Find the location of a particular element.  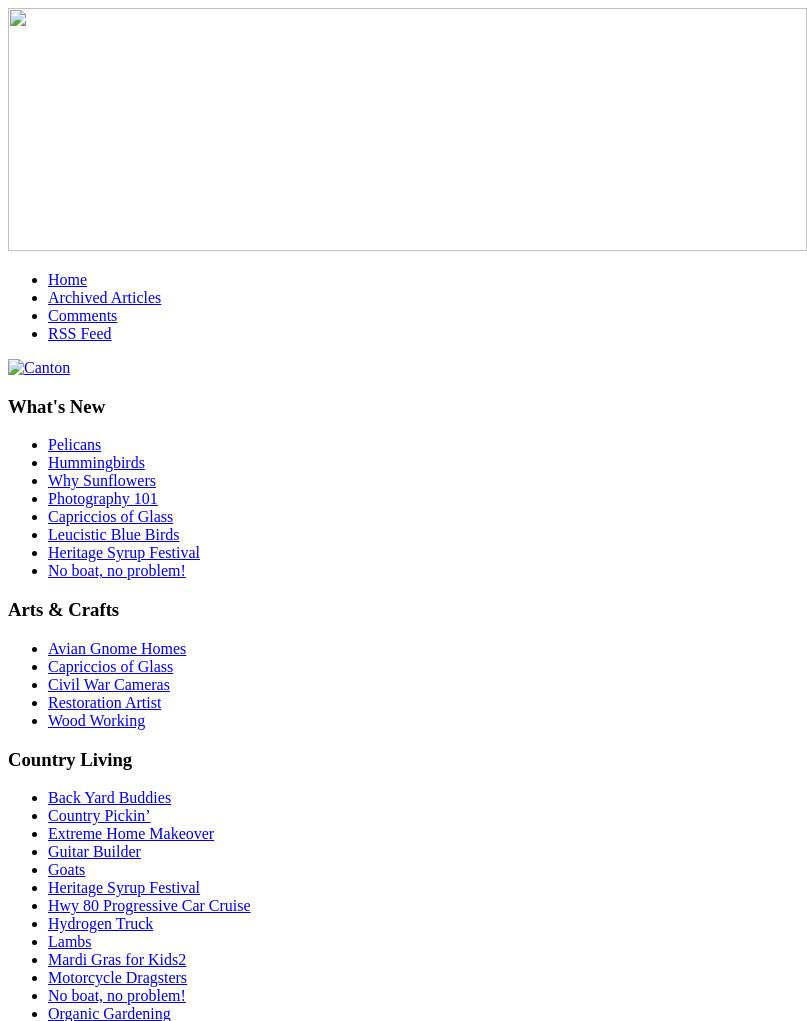

'Civil War Cameras' is located at coordinates (107, 683).